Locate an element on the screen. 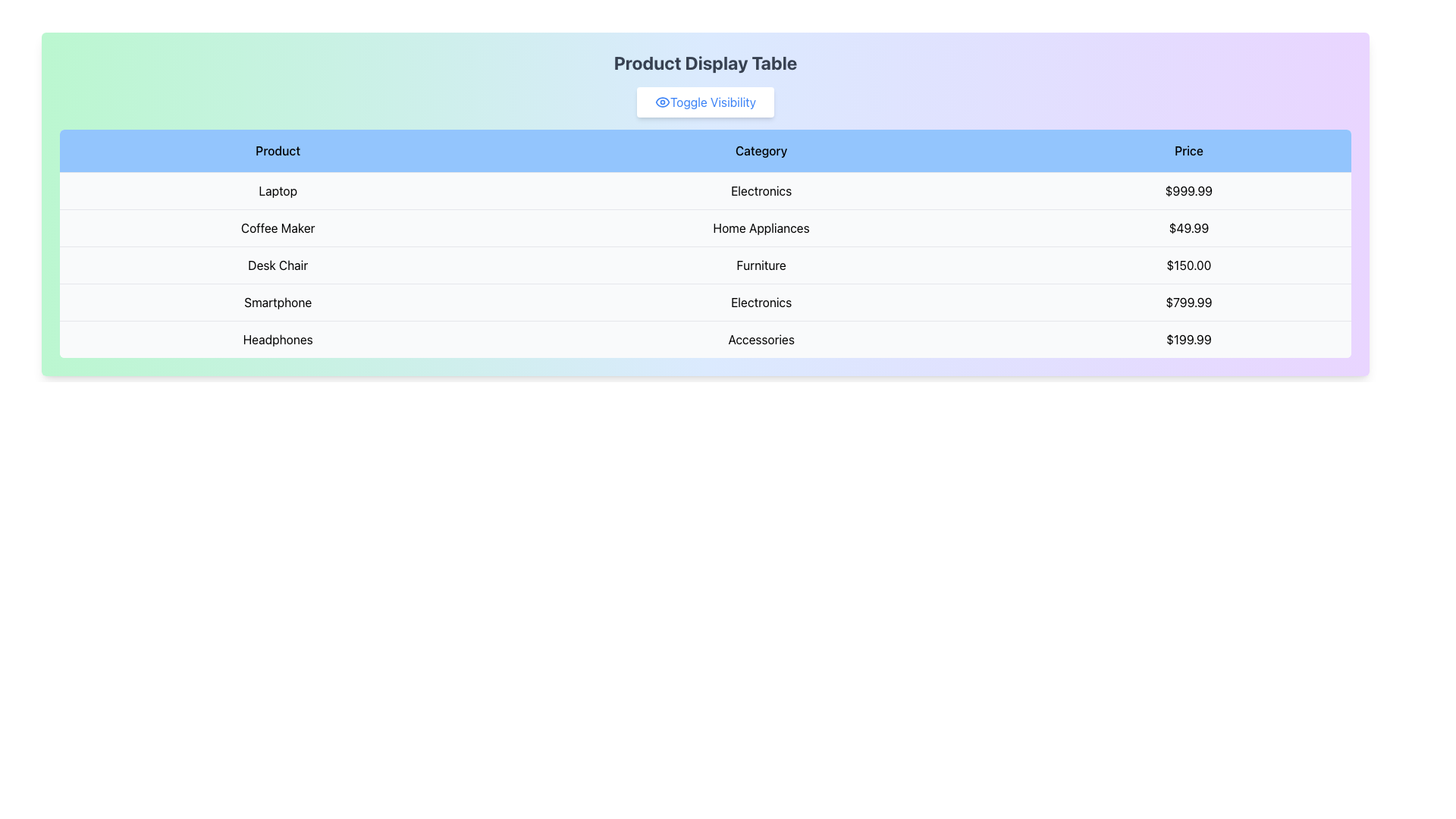 The height and width of the screenshot is (819, 1456). the price text label of the product 'Smartphone' located in the fourth row of the table, adjacent to the 'Electronics' cell is located at coordinates (1188, 302).